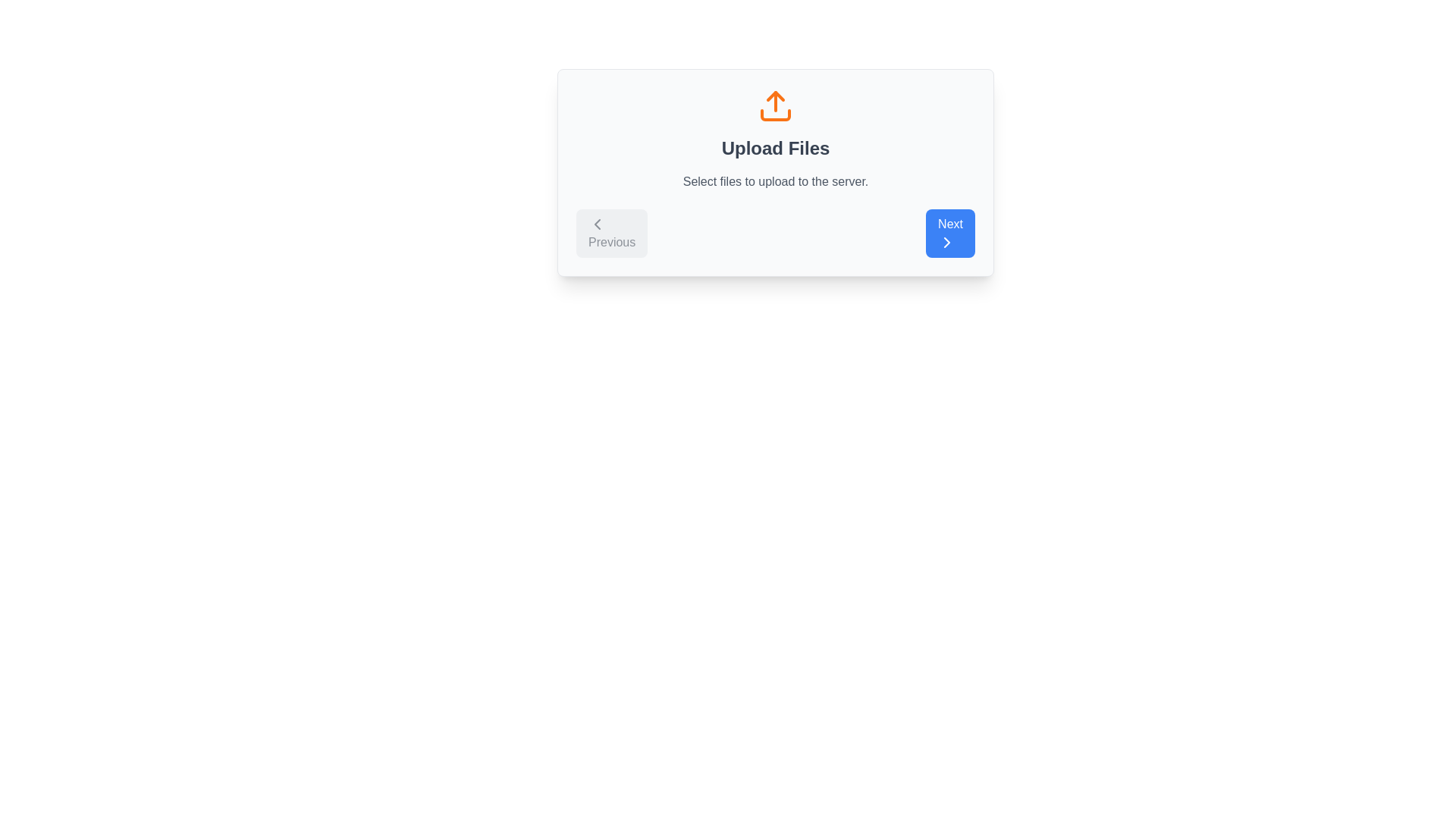 This screenshot has width=1456, height=819. What do you see at coordinates (775, 105) in the screenshot?
I see `the upload files icon, which is visually represented at the top of the card, above the text 'Upload Files.'` at bounding box center [775, 105].